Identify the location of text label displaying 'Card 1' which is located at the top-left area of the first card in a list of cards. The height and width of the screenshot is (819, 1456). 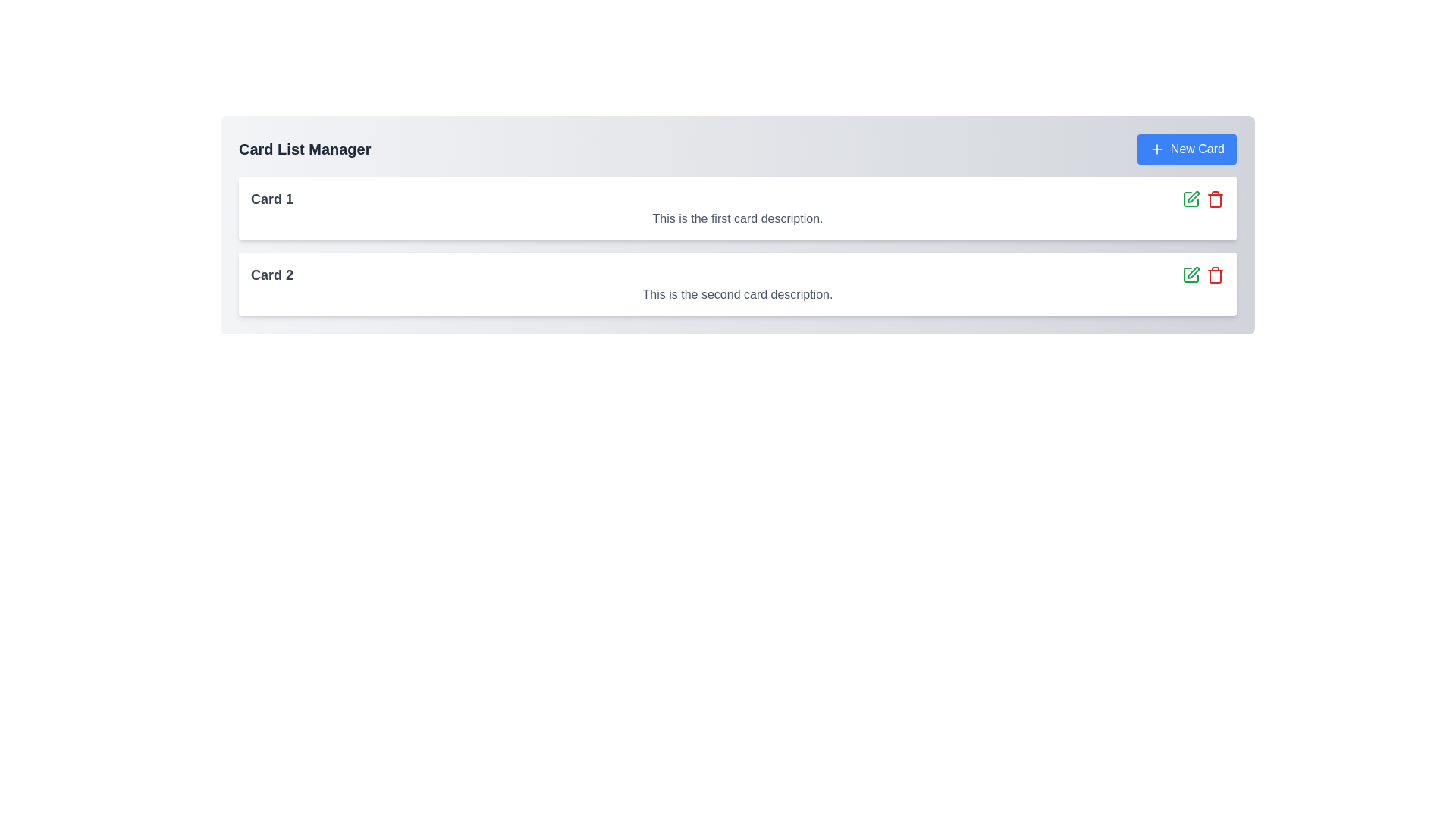
(272, 198).